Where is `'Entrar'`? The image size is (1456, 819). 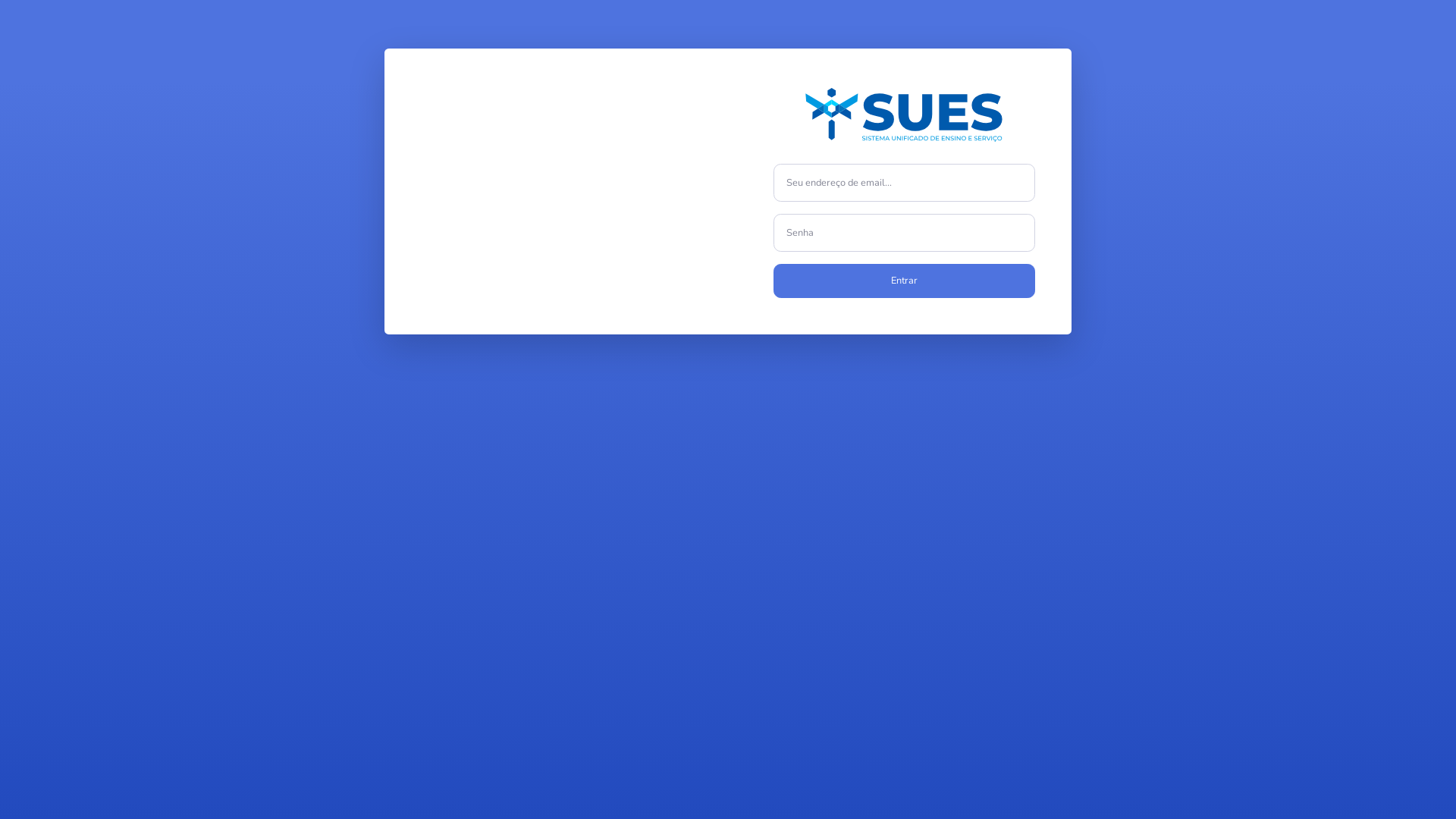 'Entrar' is located at coordinates (904, 281).